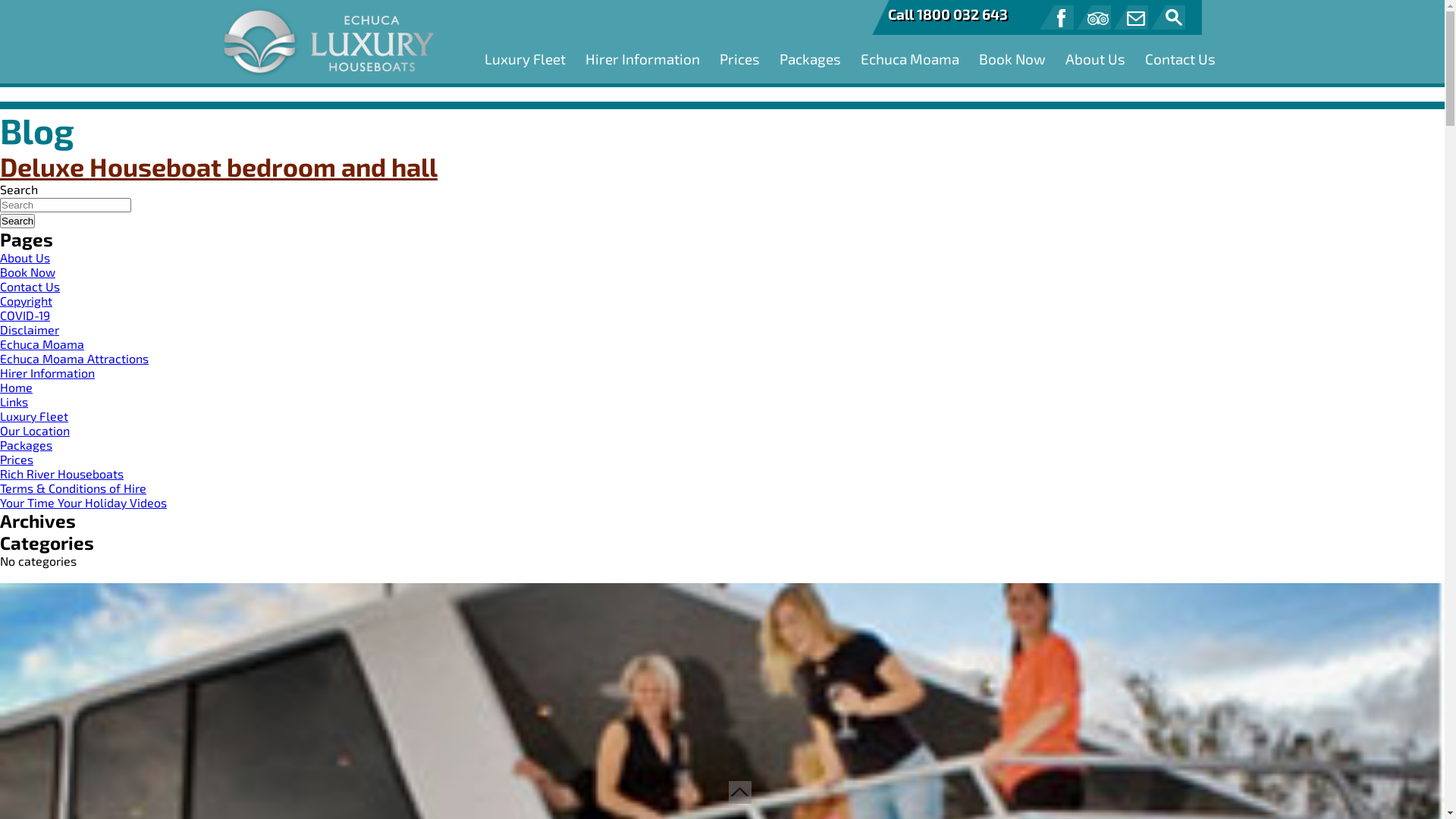  Describe the element at coordinates (1050, 58) in the screenshot. I see `'About Us'` at that location.